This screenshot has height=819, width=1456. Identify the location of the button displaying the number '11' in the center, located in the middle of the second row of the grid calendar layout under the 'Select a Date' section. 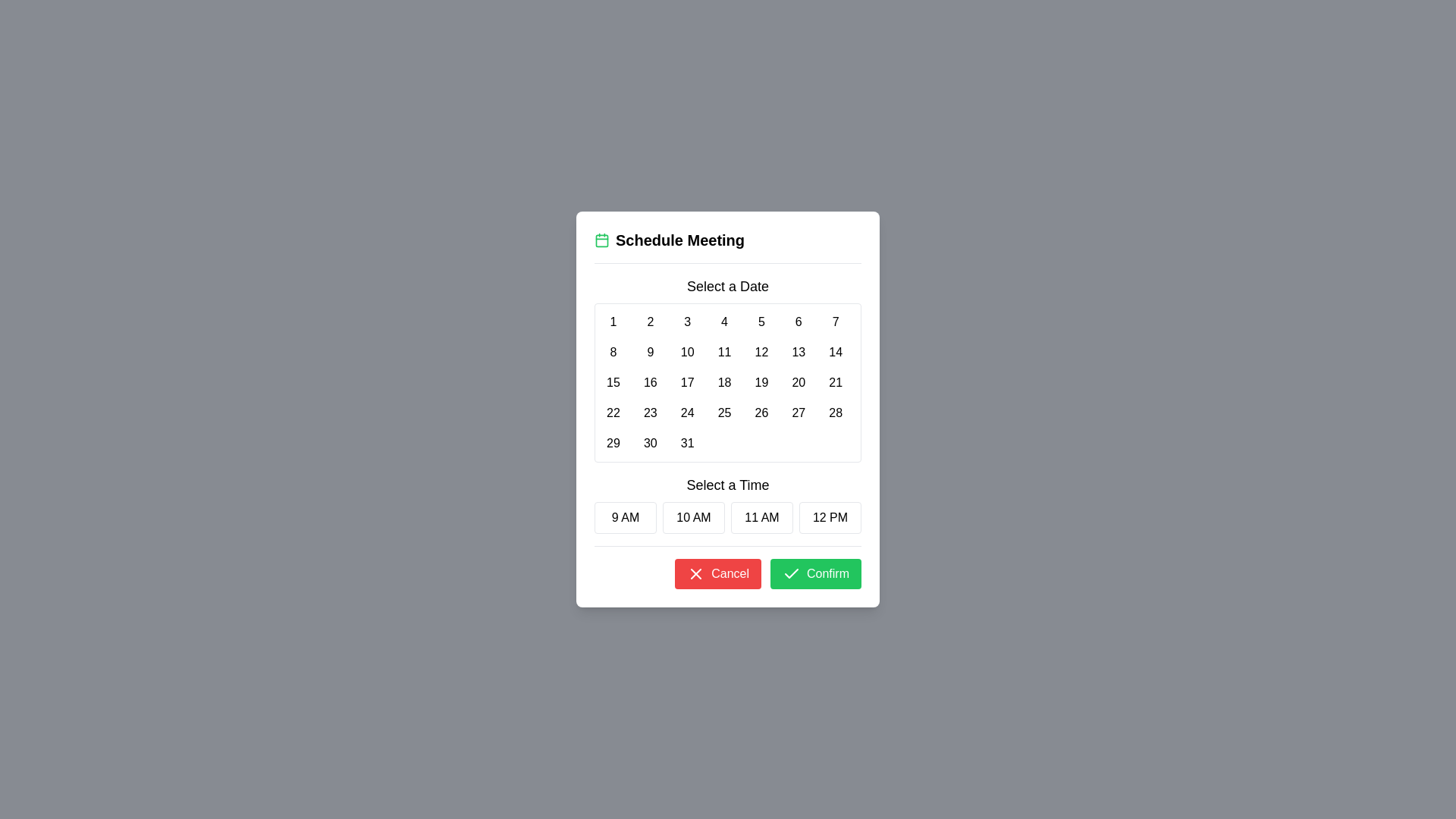
(723, 353).